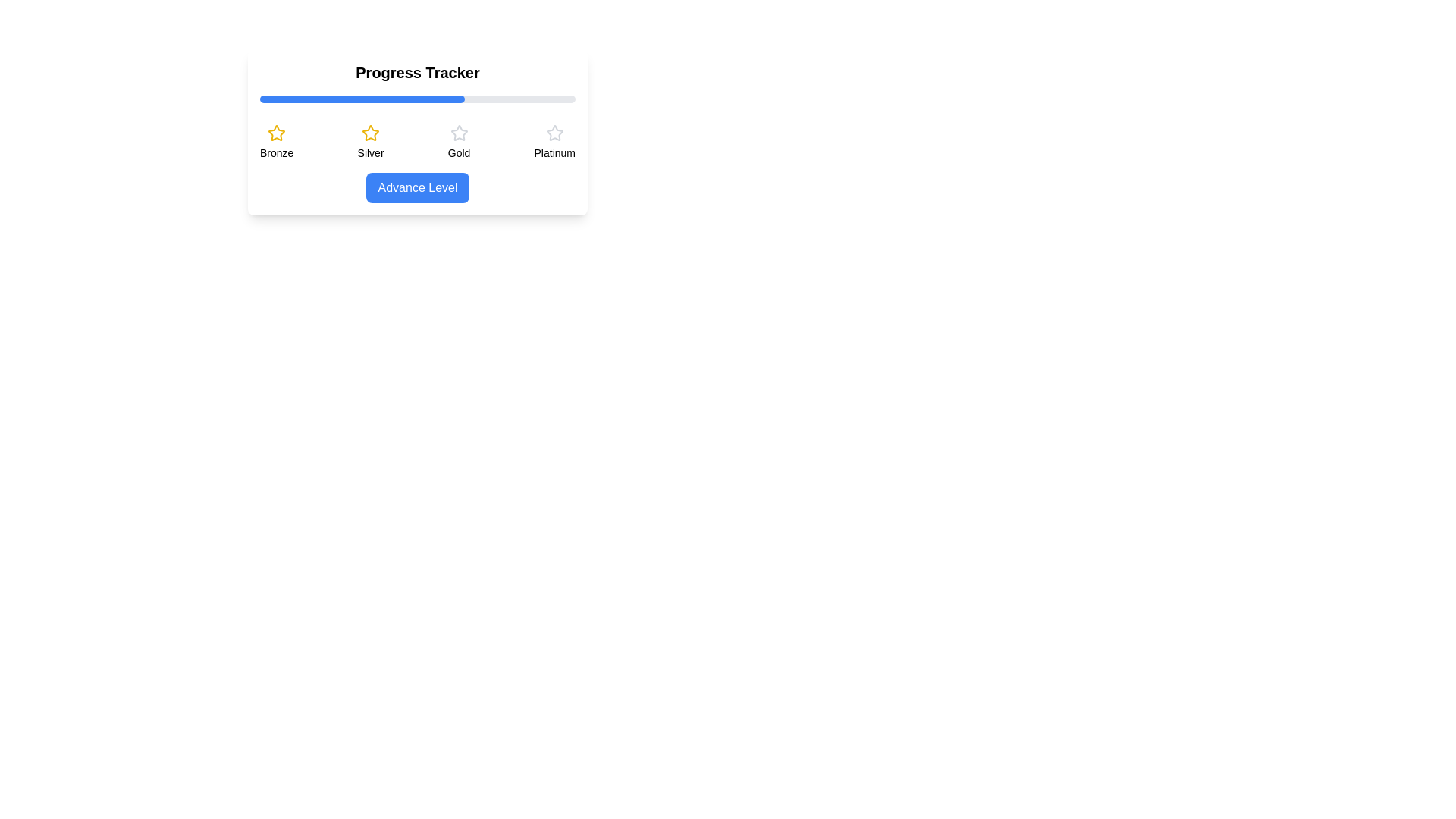 This screenshot has height=819, width=1456. Describe the element at coordinates (371, 152) in the screenshot. I see `displayed text of the 'Silver' rank label located below the star icon in the progress tracker interface` at that location.